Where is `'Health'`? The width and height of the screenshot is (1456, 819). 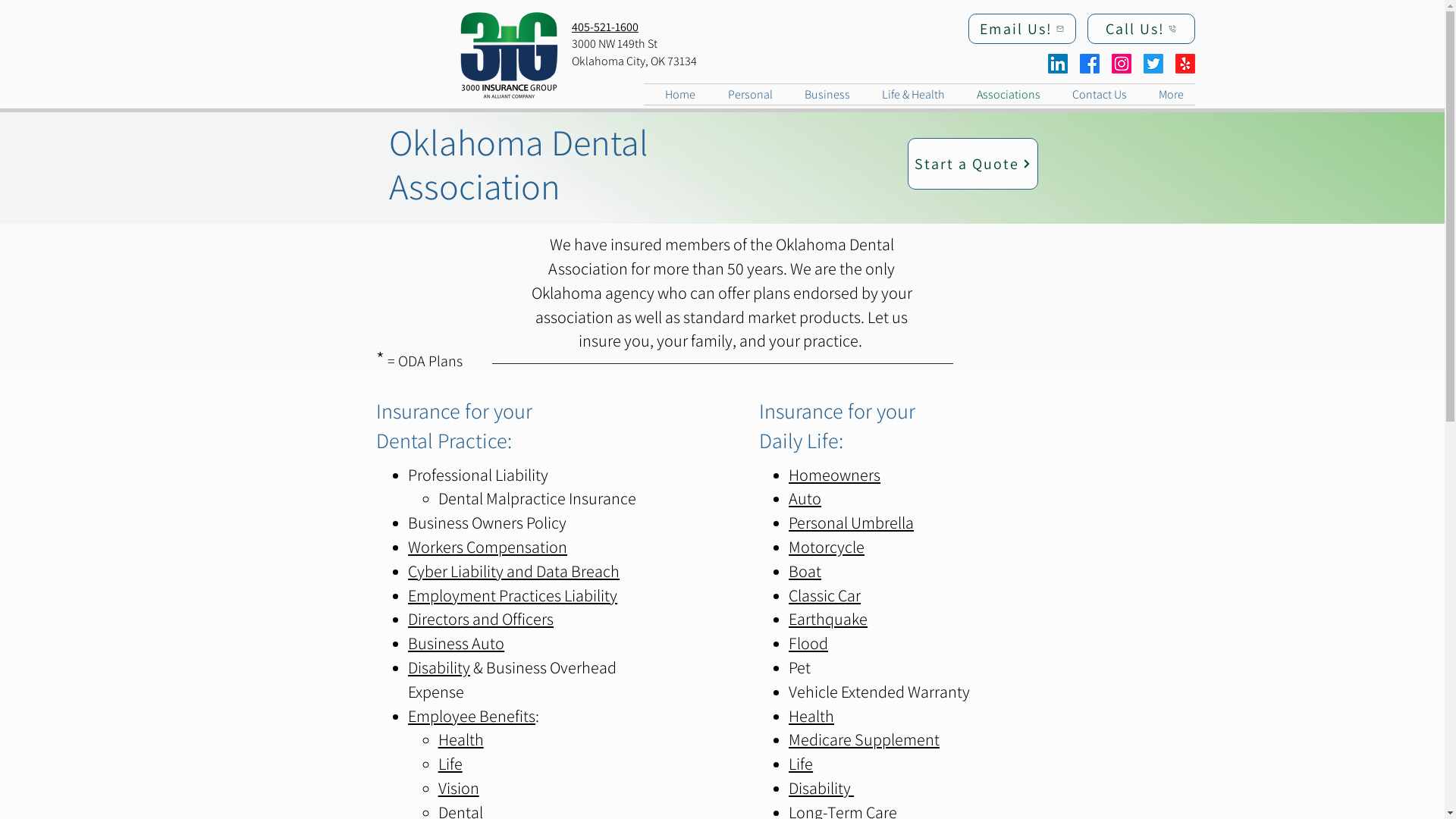 'Health' is located at coordinates (460, 739).